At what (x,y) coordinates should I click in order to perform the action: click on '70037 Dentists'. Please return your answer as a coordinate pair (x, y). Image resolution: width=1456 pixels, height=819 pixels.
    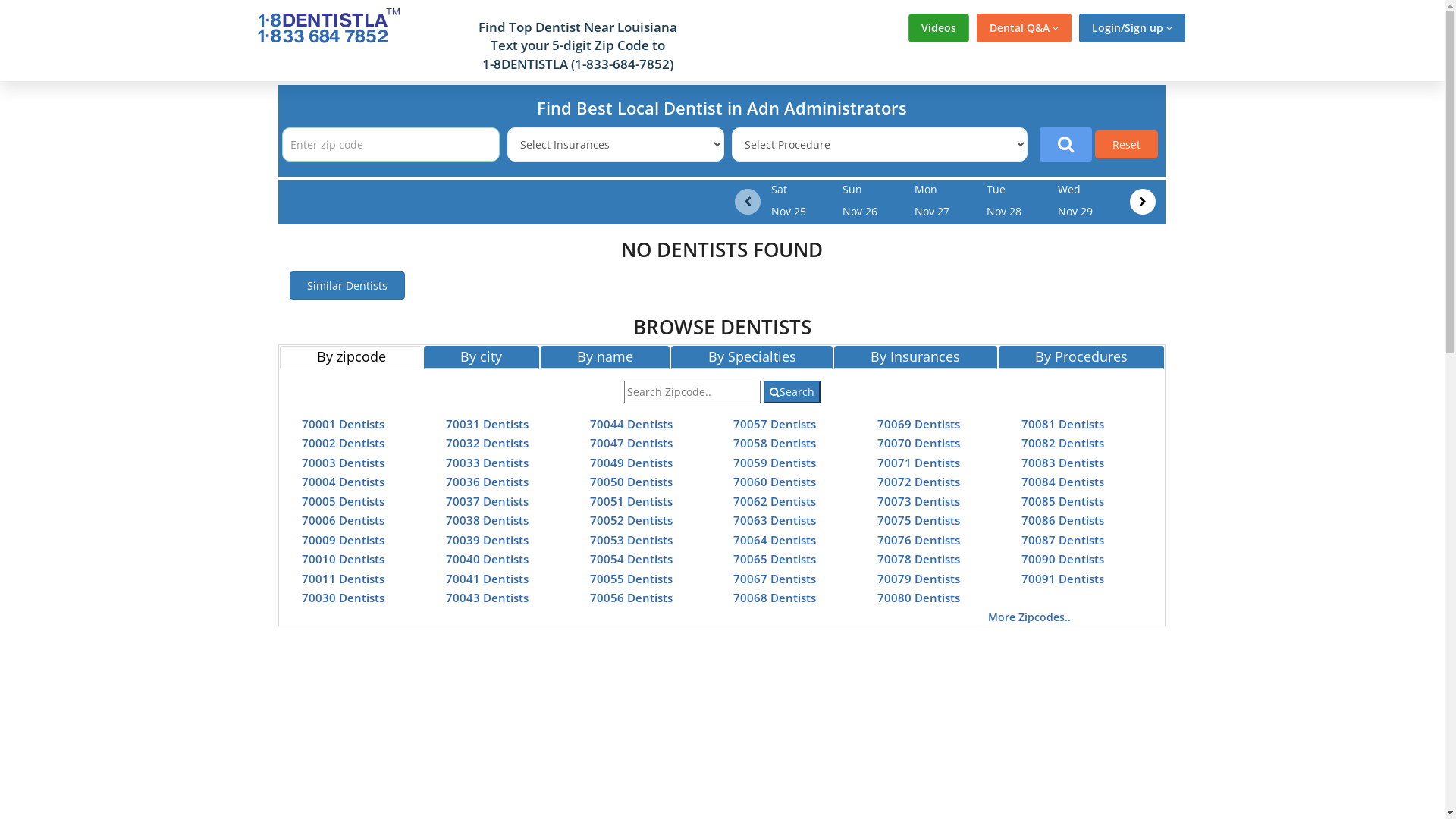
    Looking at the image, I should click on (487, 500).